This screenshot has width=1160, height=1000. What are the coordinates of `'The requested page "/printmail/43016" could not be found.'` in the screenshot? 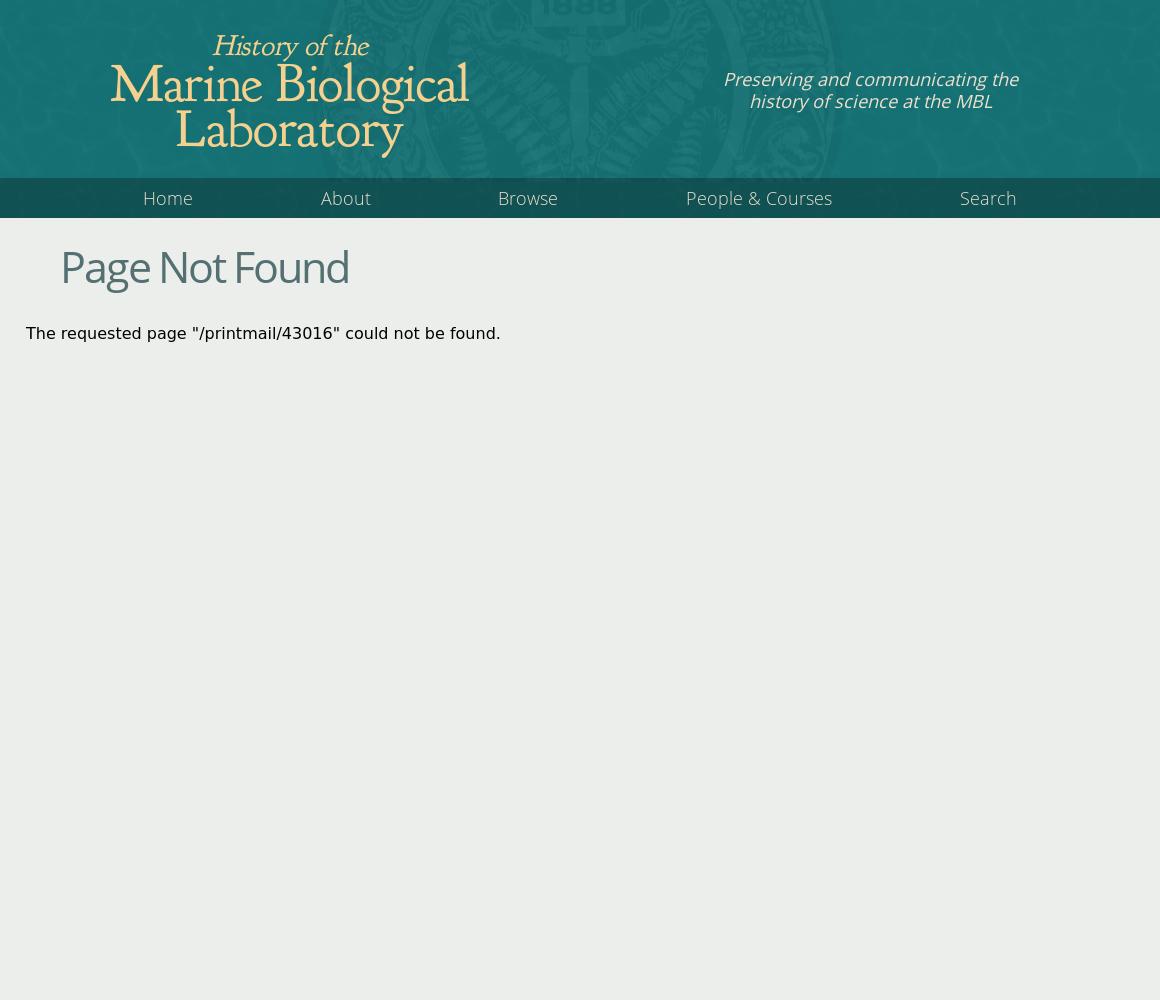 It's located at (262, 331).